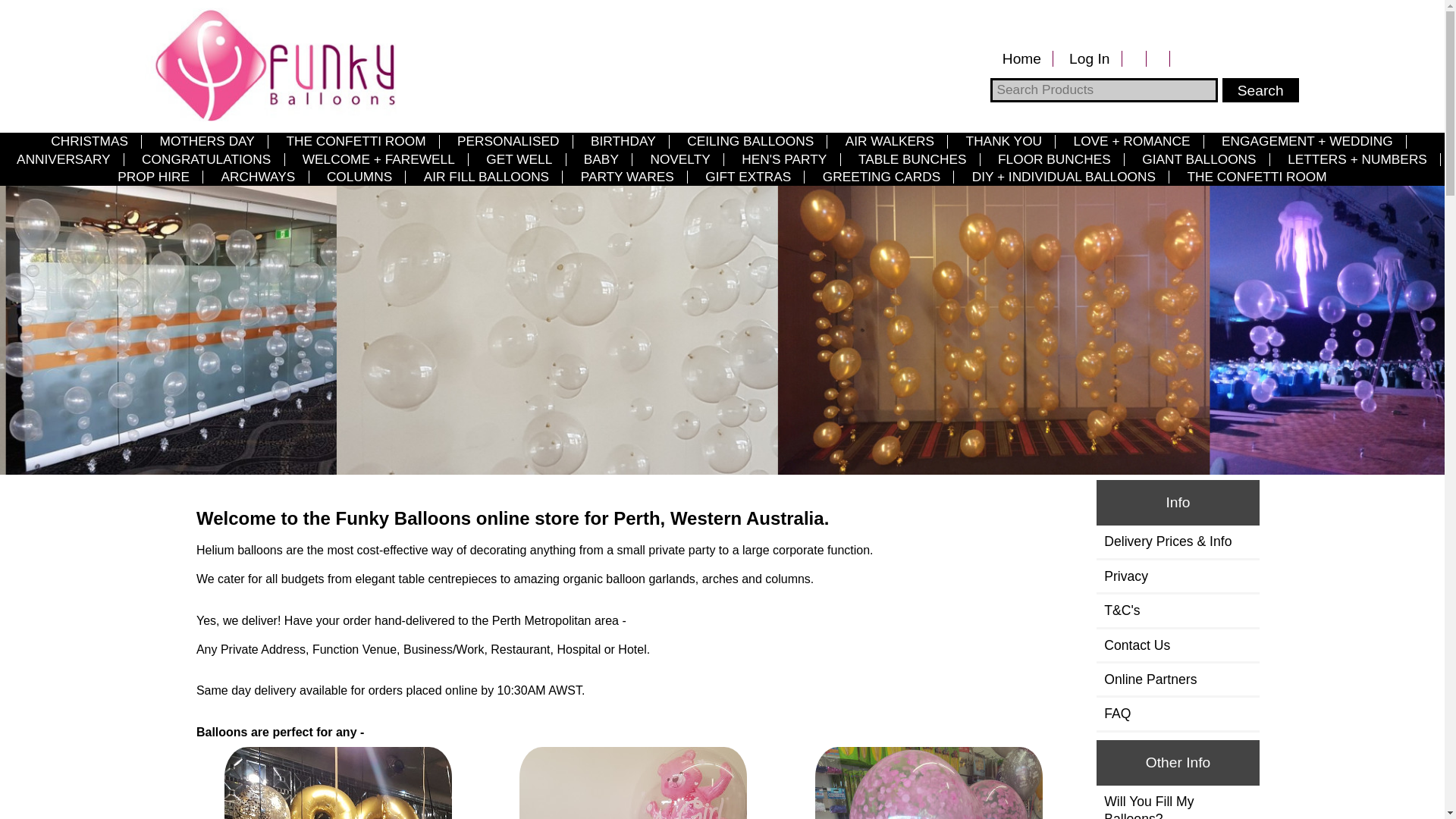 The image size is (1456, 819). Describe the element at coordinates (63, 159) in the screenshot. I see `'ANNIVERSARY'` at that location.